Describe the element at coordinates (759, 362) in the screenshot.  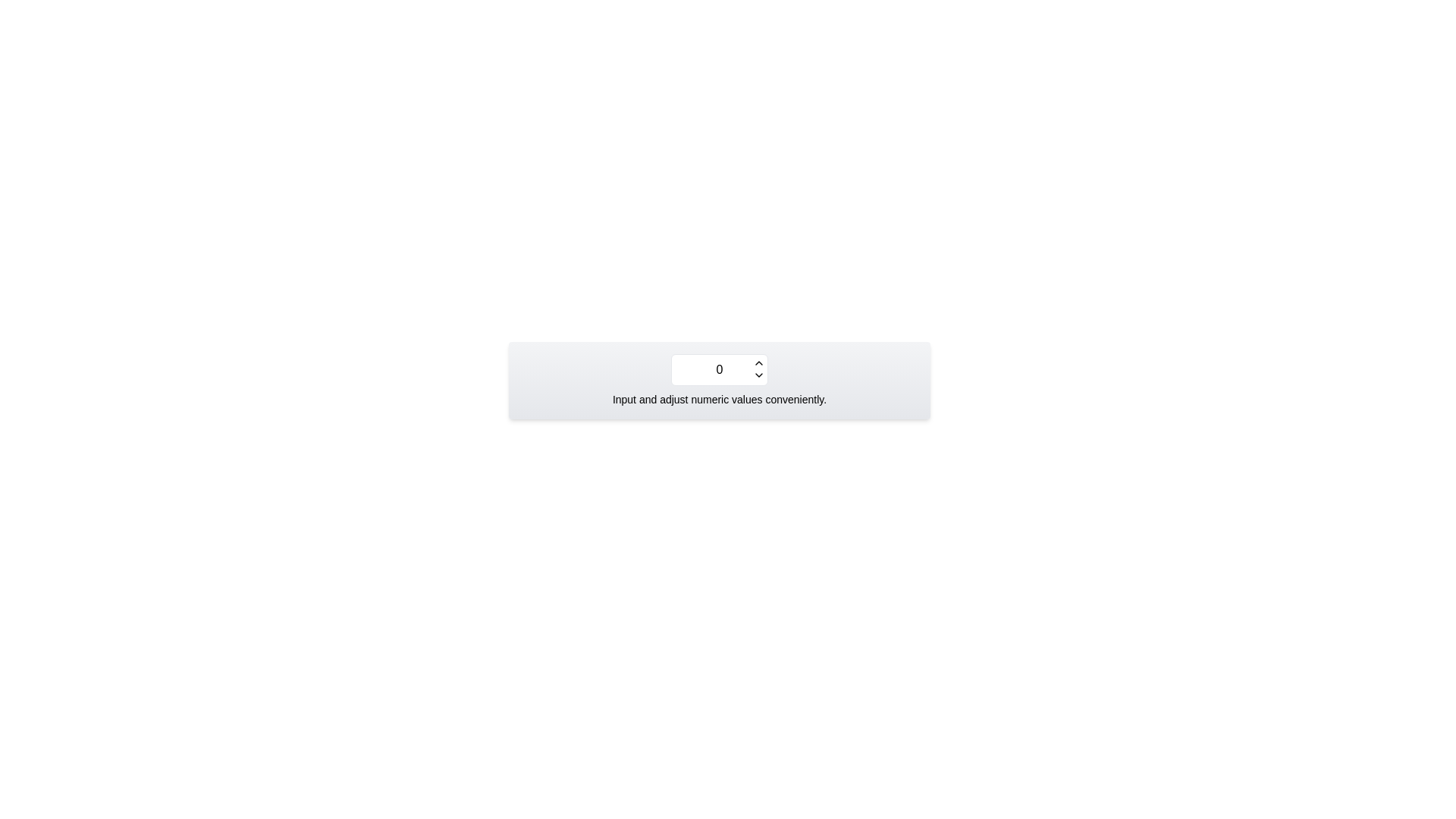
I see `the upward chevron button located to the right of the numeric input field to increment the displayed number` at that location.